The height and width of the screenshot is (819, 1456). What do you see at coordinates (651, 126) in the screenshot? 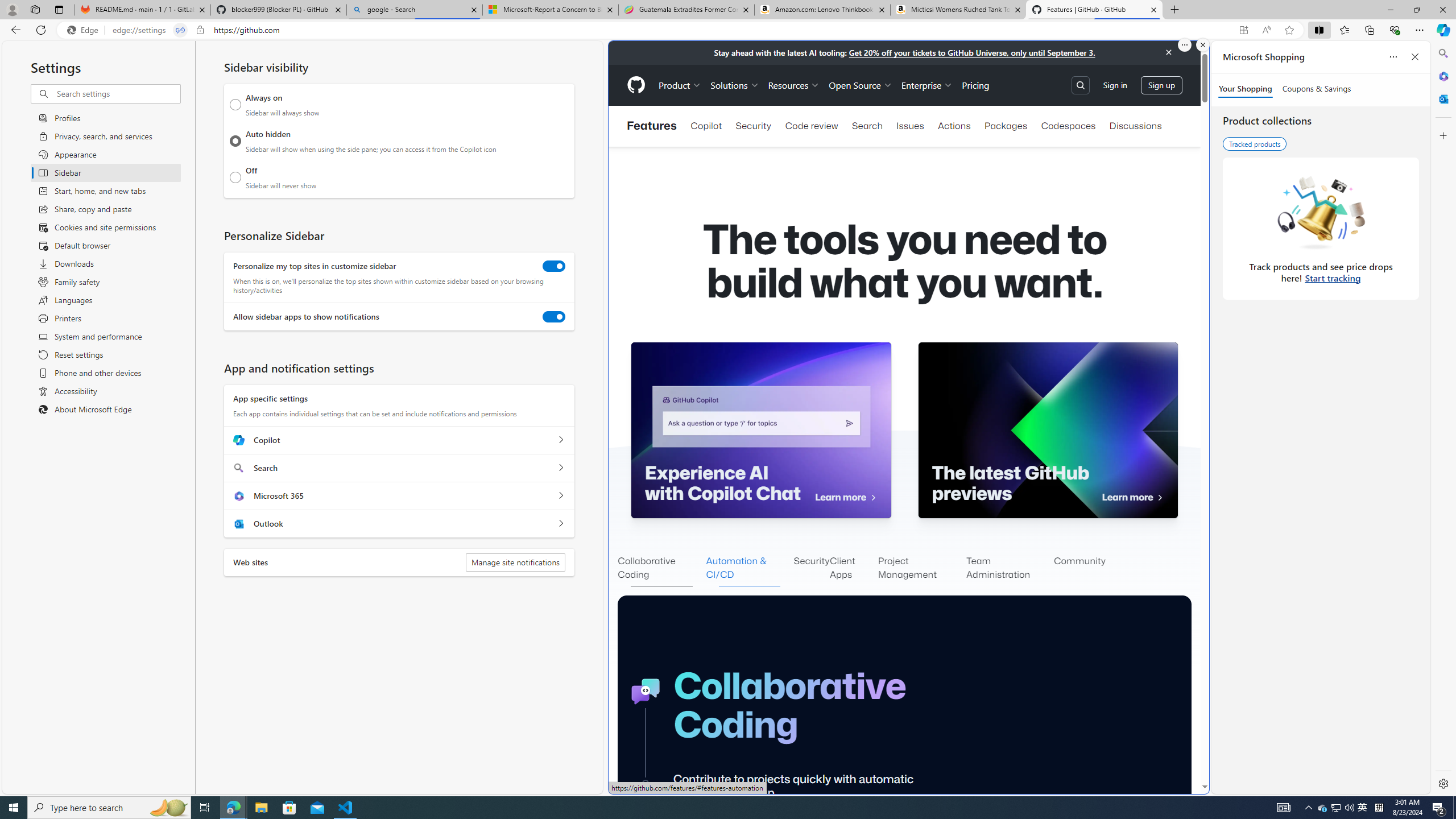
I see `'Features'` at bounding box center [651, 126].